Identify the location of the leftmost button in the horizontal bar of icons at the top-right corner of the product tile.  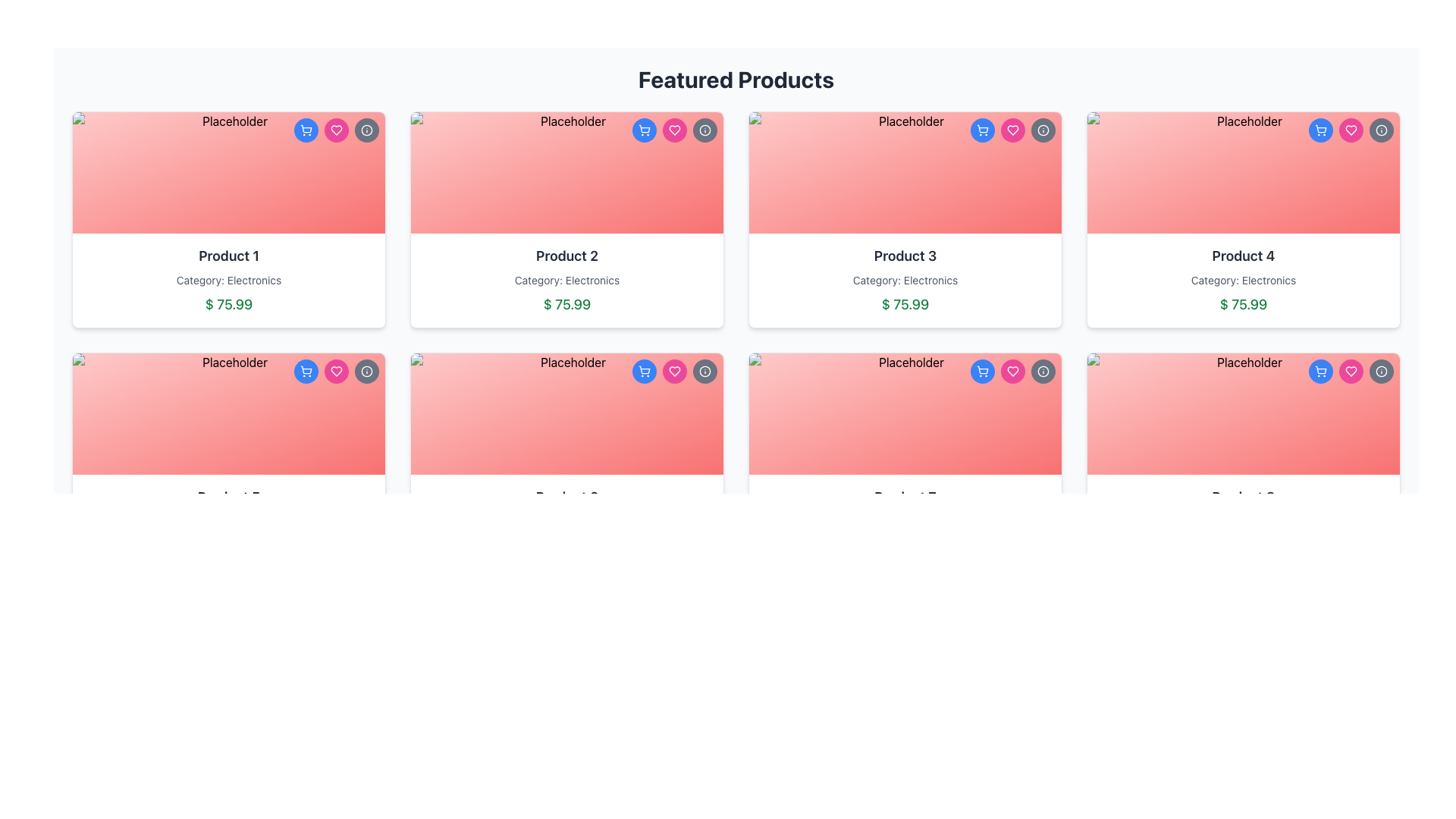
(644, 371).